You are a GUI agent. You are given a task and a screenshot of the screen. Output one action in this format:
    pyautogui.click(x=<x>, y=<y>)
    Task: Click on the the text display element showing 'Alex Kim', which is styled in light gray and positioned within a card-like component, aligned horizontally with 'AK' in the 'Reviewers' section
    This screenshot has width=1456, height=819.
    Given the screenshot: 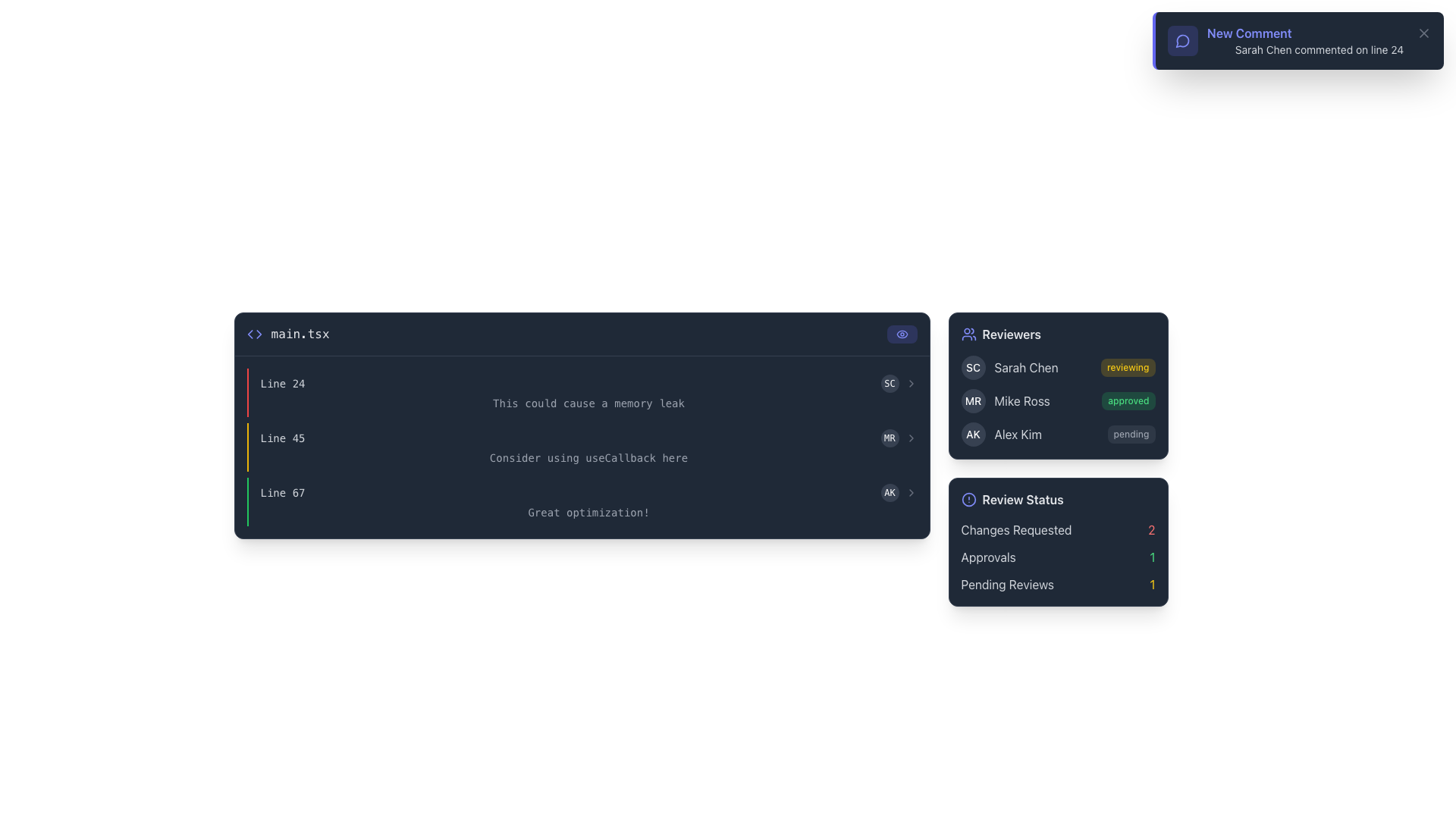 What is the action you would take?
    pyautogui.click(x=1018, y=435)
    